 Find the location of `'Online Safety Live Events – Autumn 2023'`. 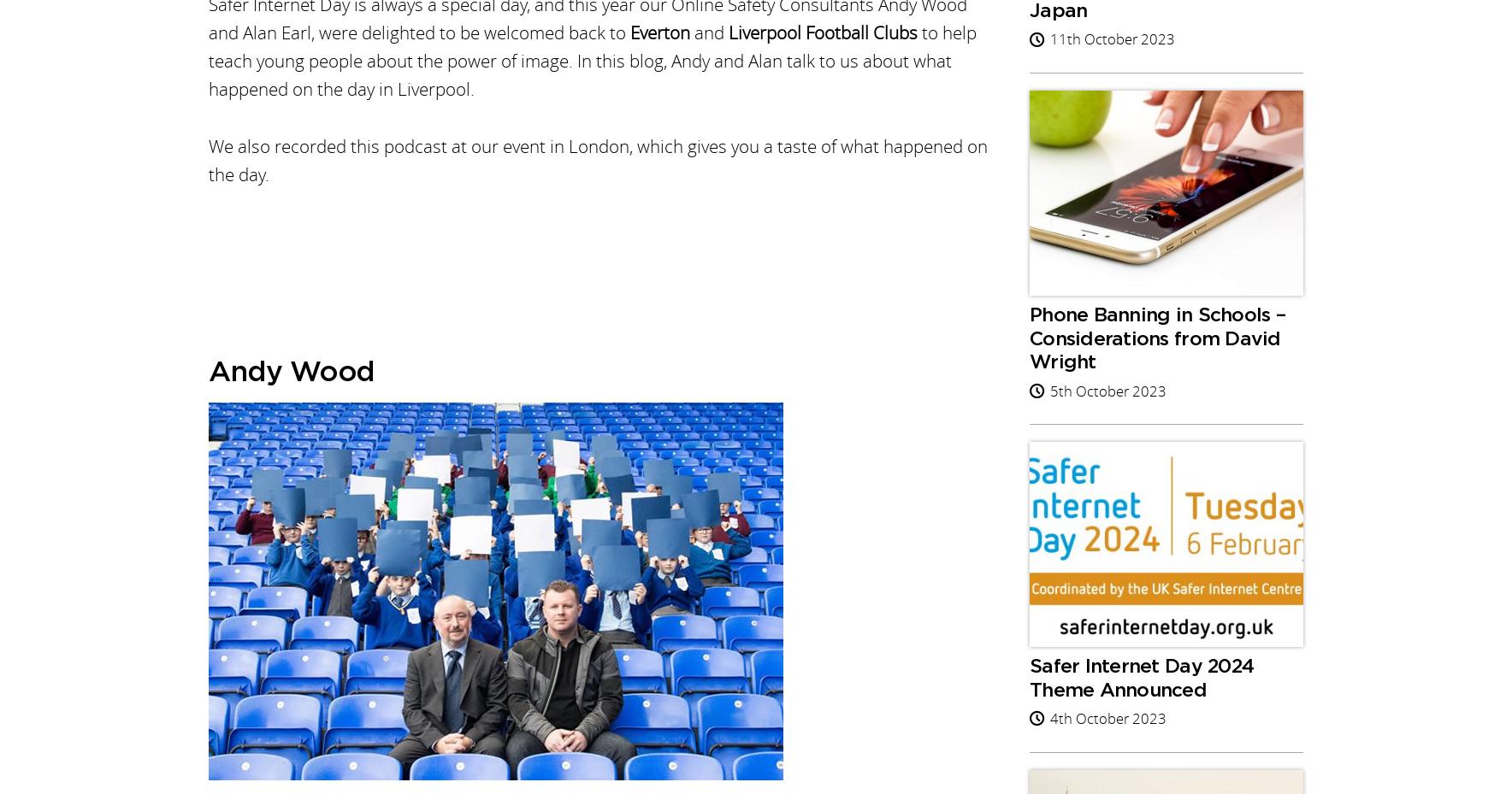

'Online Safety Live Events – Autumn 2023' is located at coordinates (618, 289).